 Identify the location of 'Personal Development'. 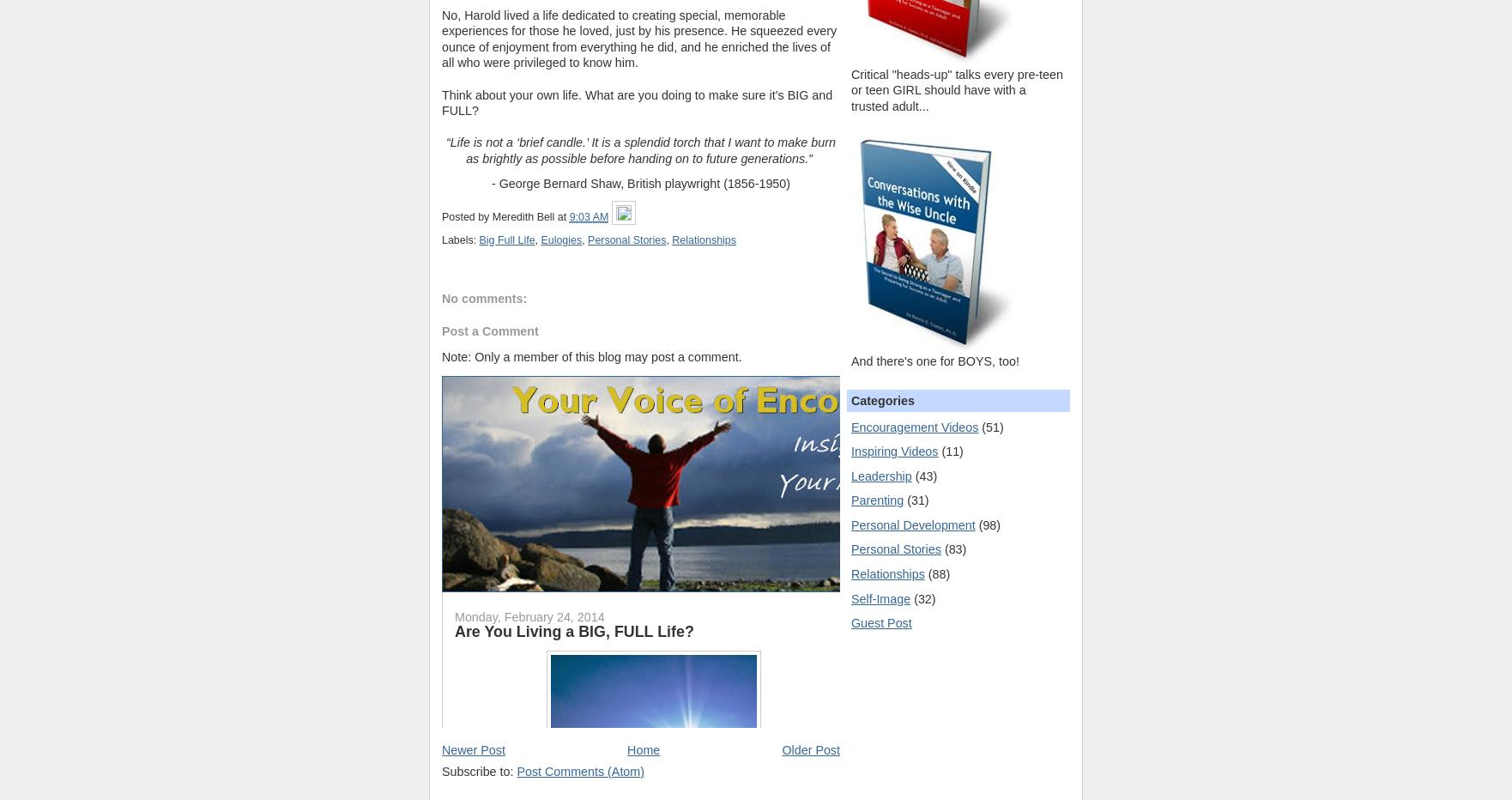
(913, 524).